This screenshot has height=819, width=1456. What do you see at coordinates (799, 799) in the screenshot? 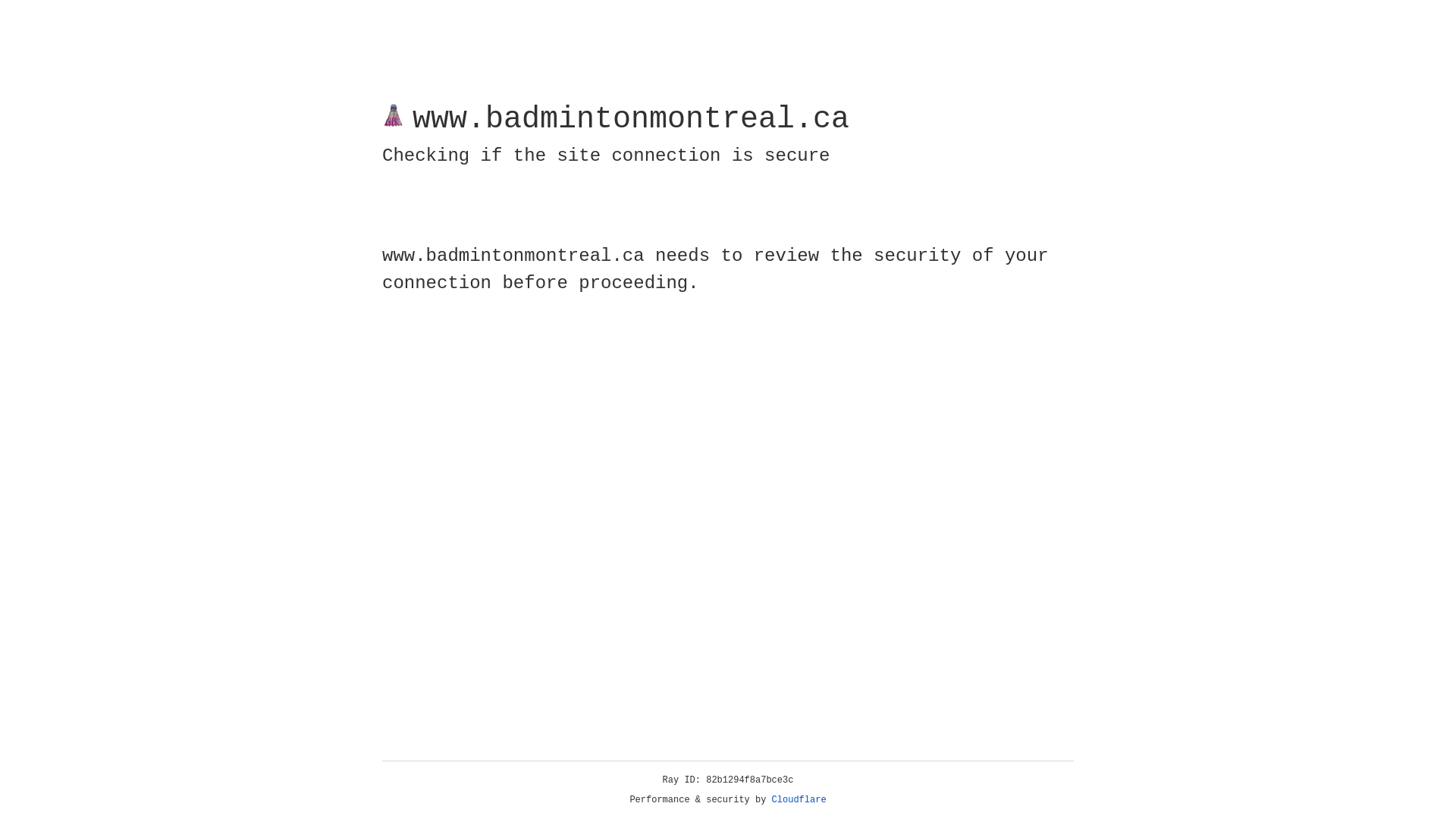
I see `'Cloudflare'` at bounding box center [799, 799].